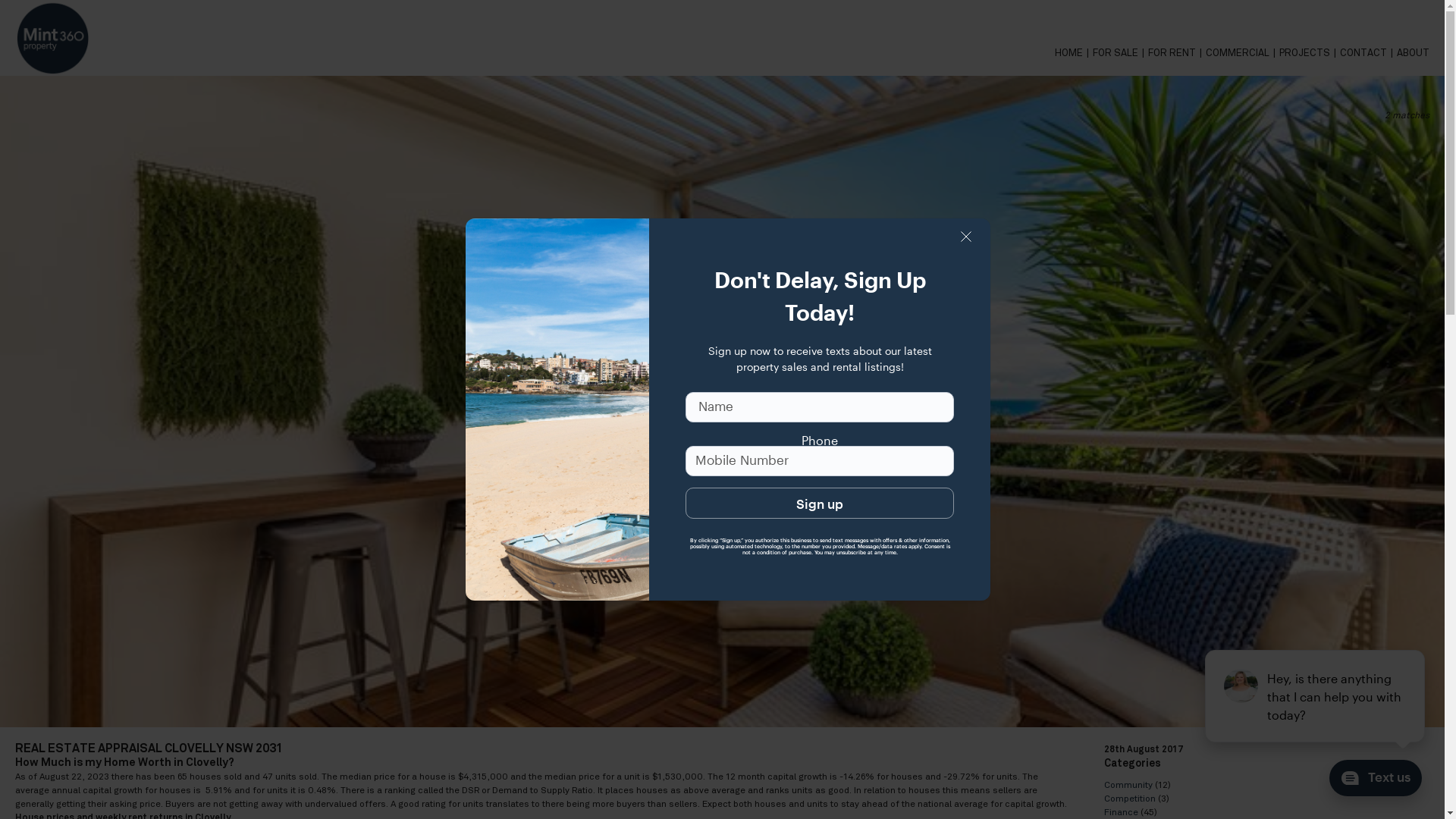 The height and width of the screenshot is (819, 1456). What do you see at coordinates (1175, 52) in the screenshot?
I see `'FOR RENT'` at bounding box center [1175, 52].